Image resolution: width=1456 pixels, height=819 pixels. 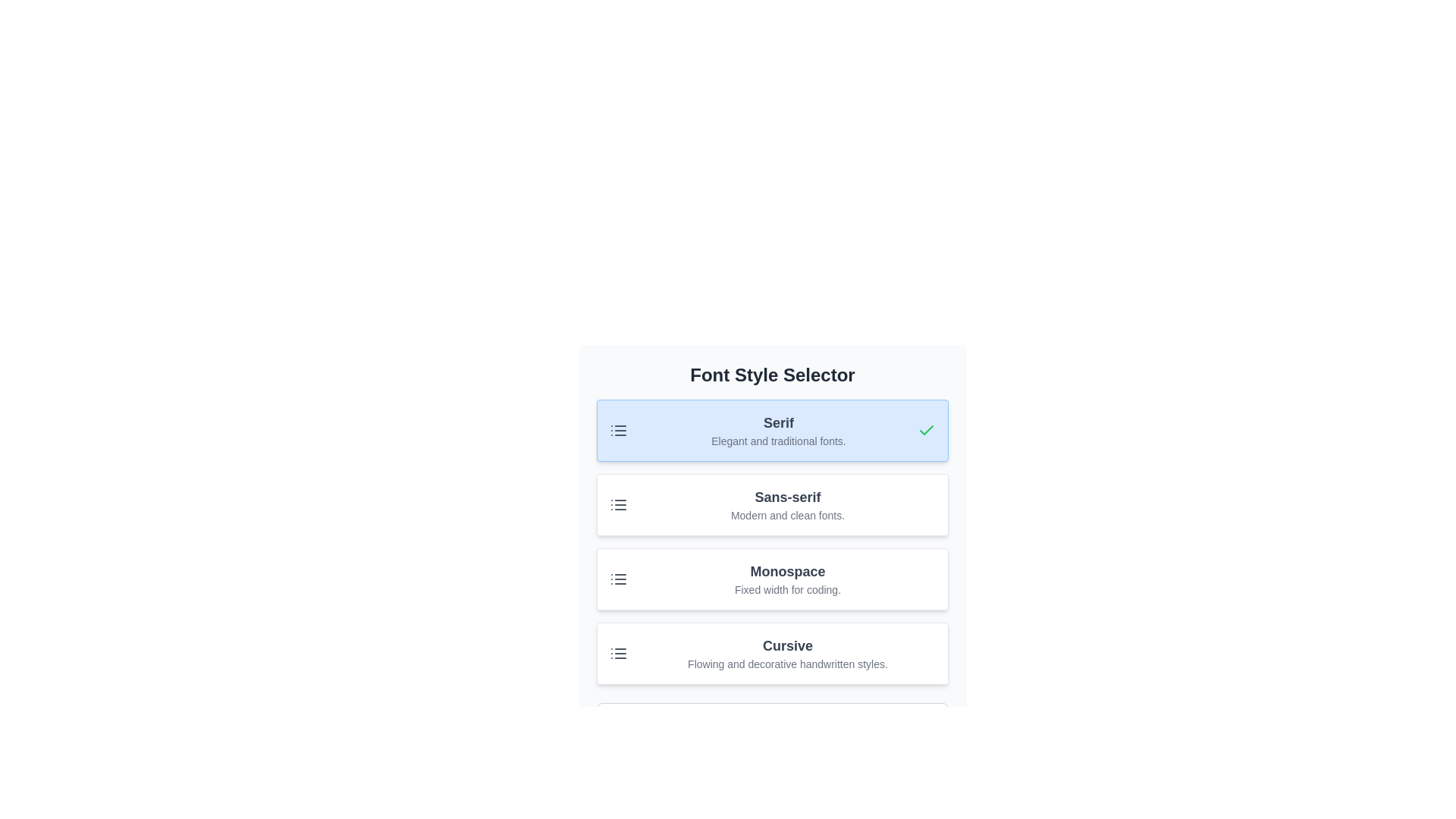 I want to click on the descriptive text label located under the 'Cursive' title in the 'Font Style Selector' section, so click(x=787, y=663).